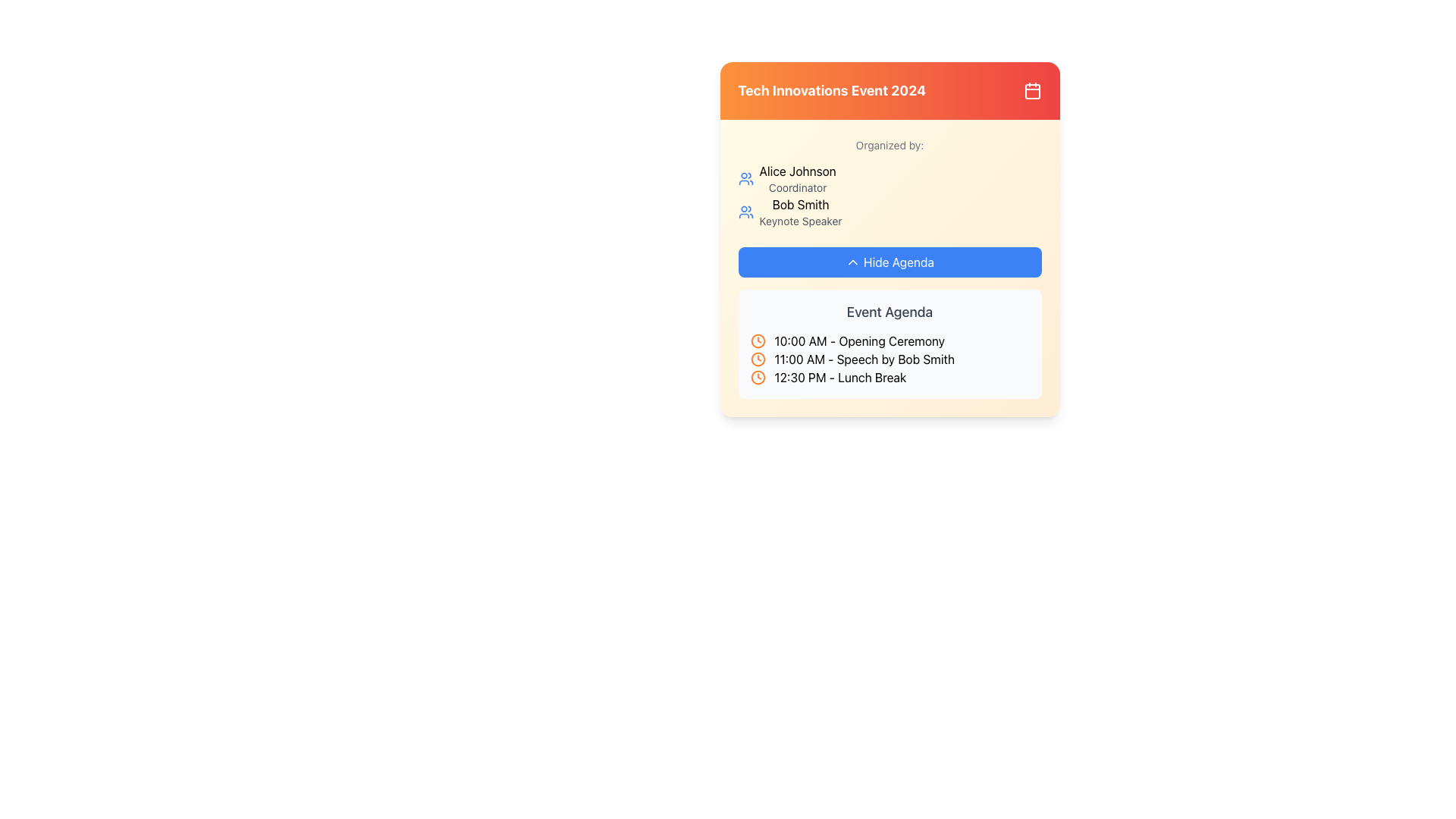 Image resolution: width=1456 pixels, height=819 pixels. Describe the element at coordinates (890, 146) in the screenshot. I see `text label that serves as a header for the 'Tech Innovations Event 2024', indicating the list of individuals responsible for organizing the event` at that location.